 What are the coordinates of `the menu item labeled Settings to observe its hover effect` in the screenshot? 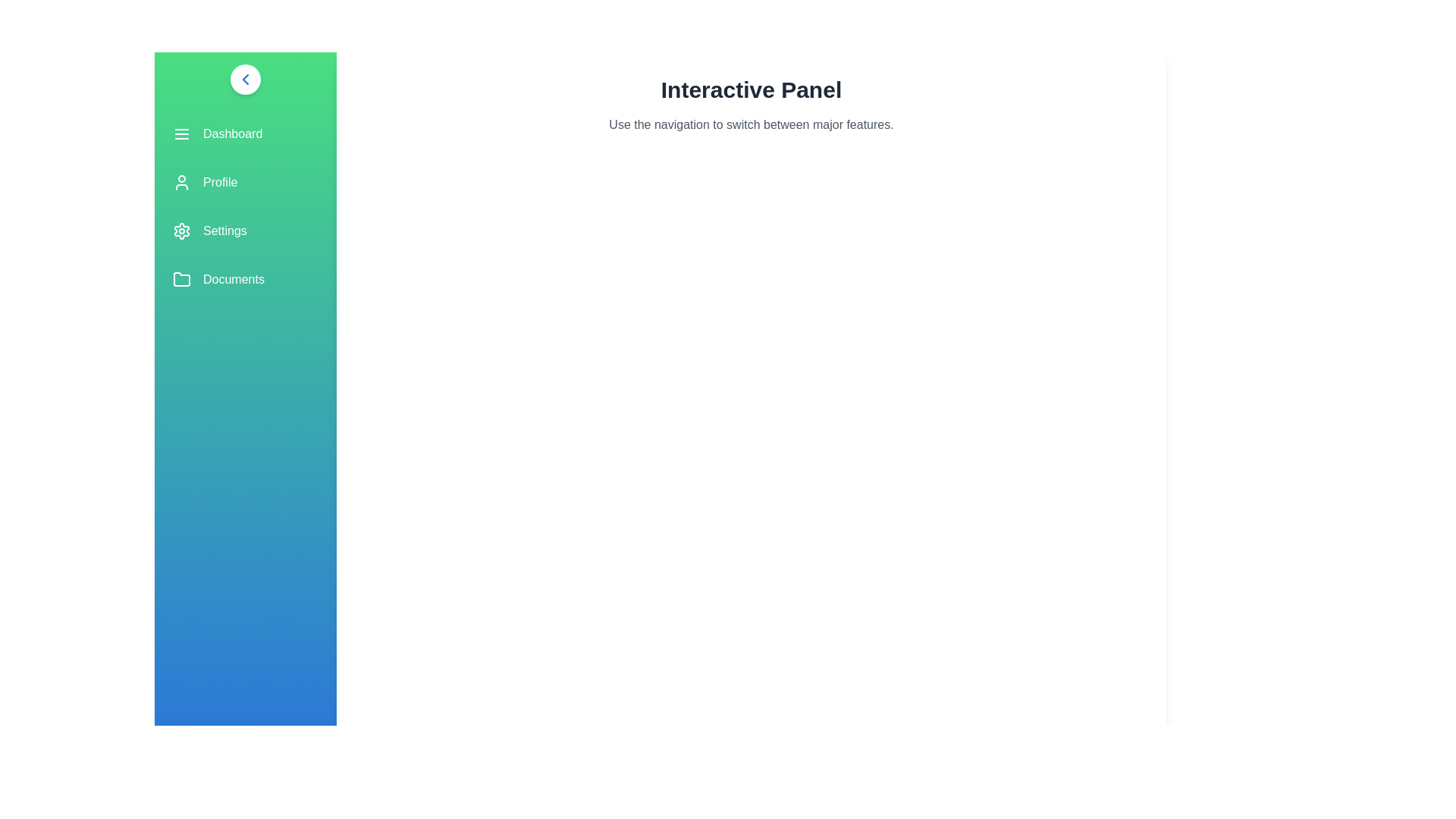 It's located at (246, 231).